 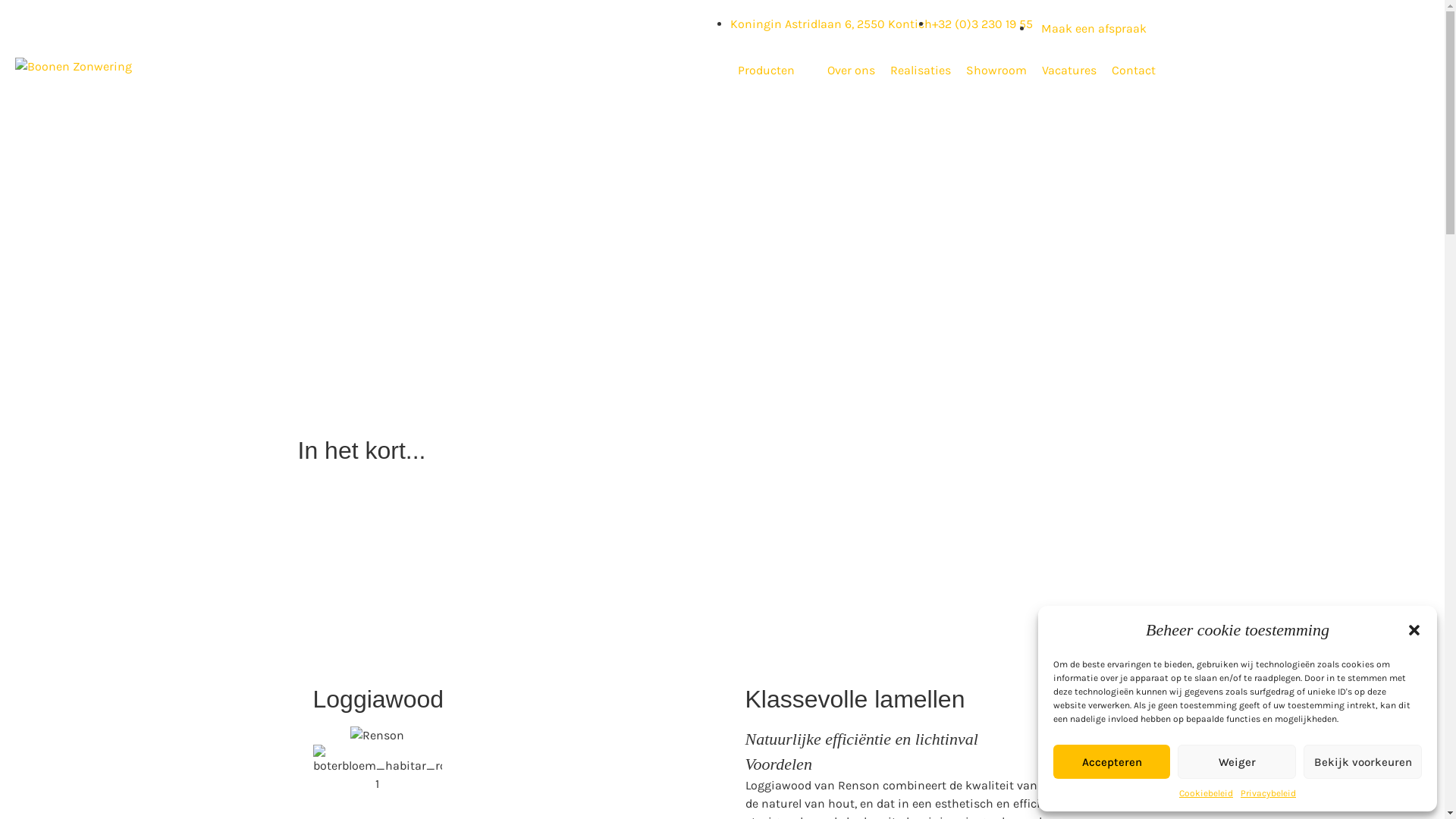 I want to click on 'Contact', so click(x=1133, y=70).